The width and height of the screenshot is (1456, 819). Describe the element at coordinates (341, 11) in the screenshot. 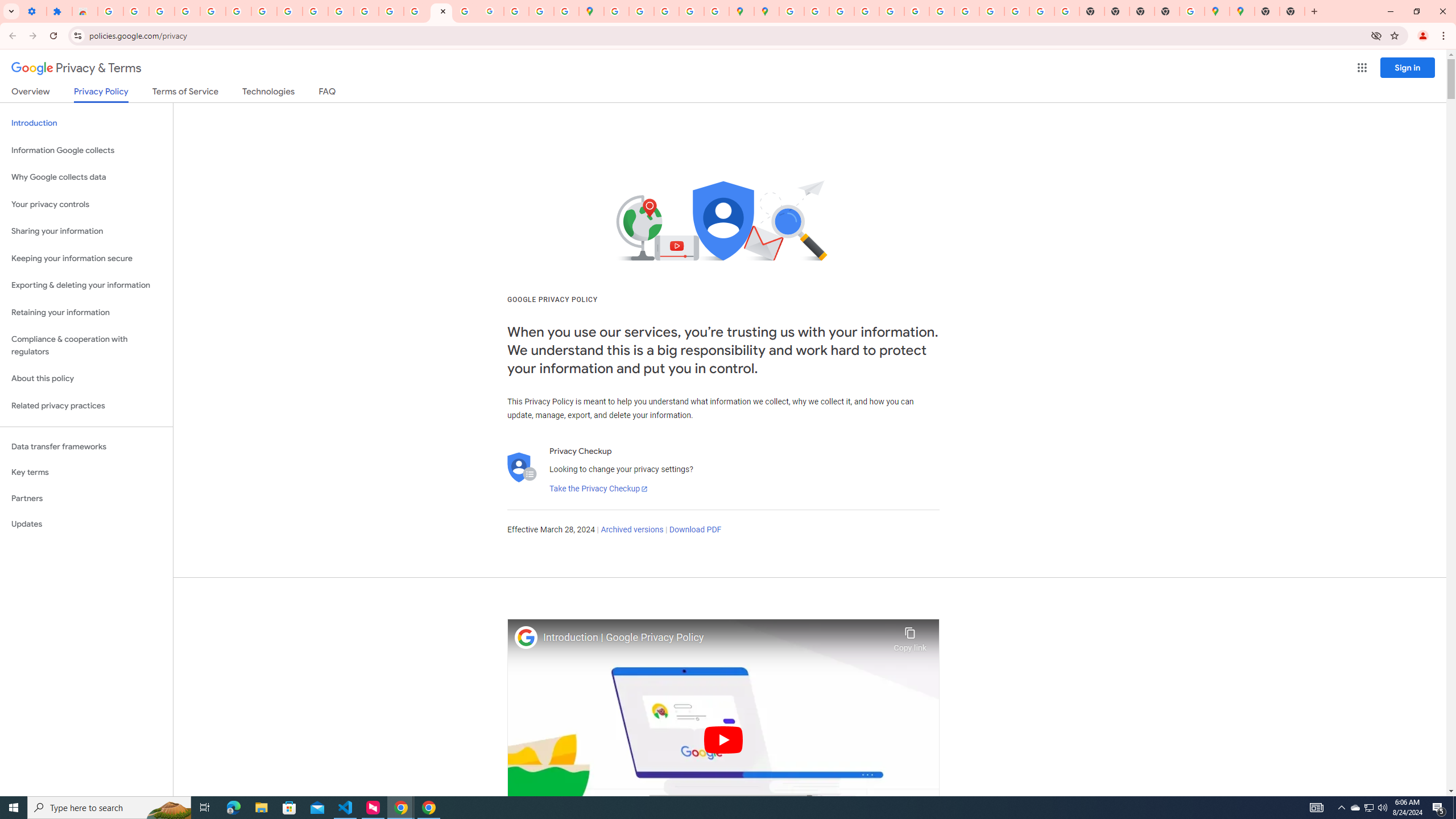

I see `'https://scholar.google.com/'` at that location.